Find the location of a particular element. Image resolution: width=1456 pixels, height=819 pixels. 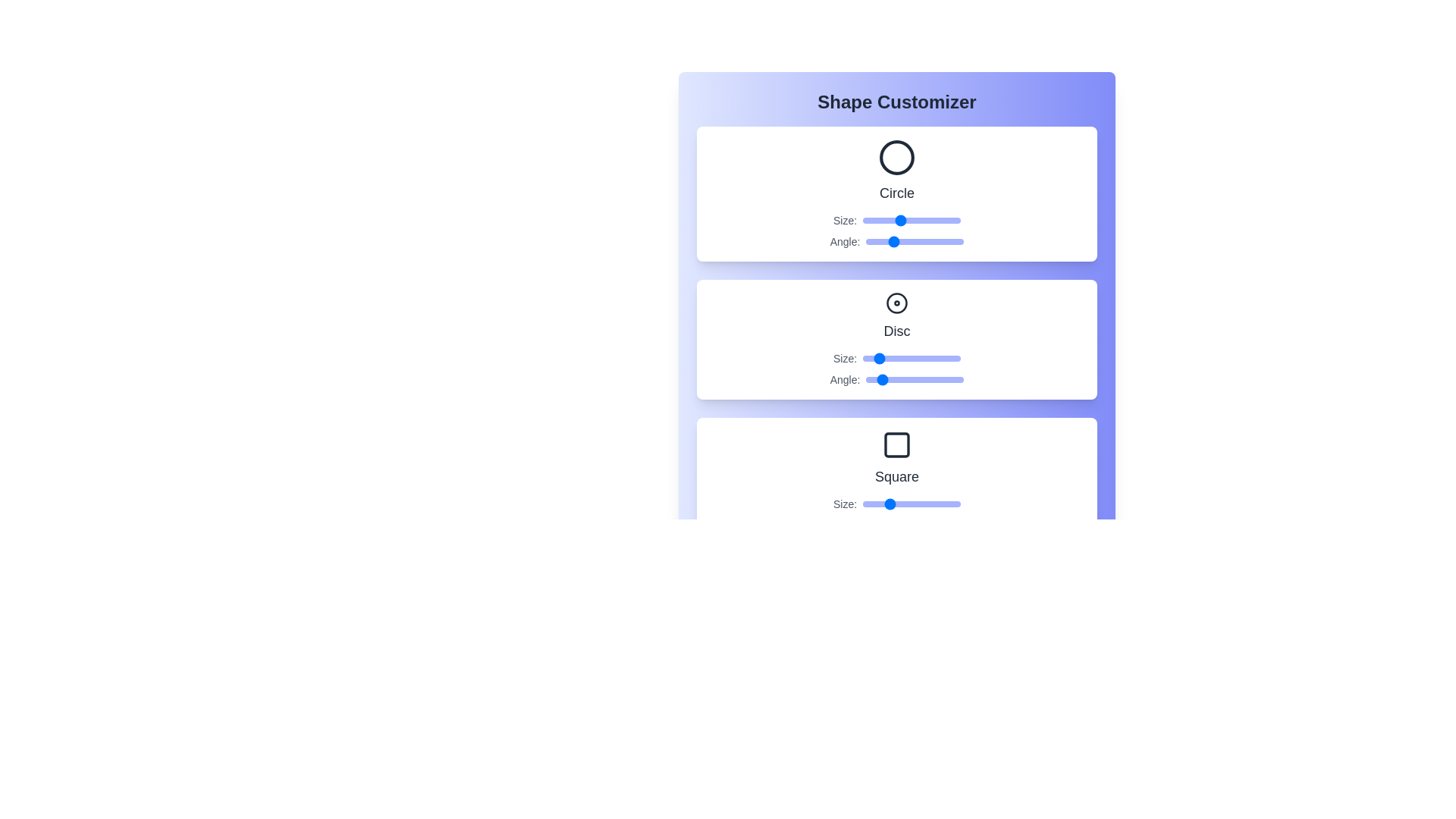

the Circle's angle slider to 175 degrees is located at coordinates (912, 241).